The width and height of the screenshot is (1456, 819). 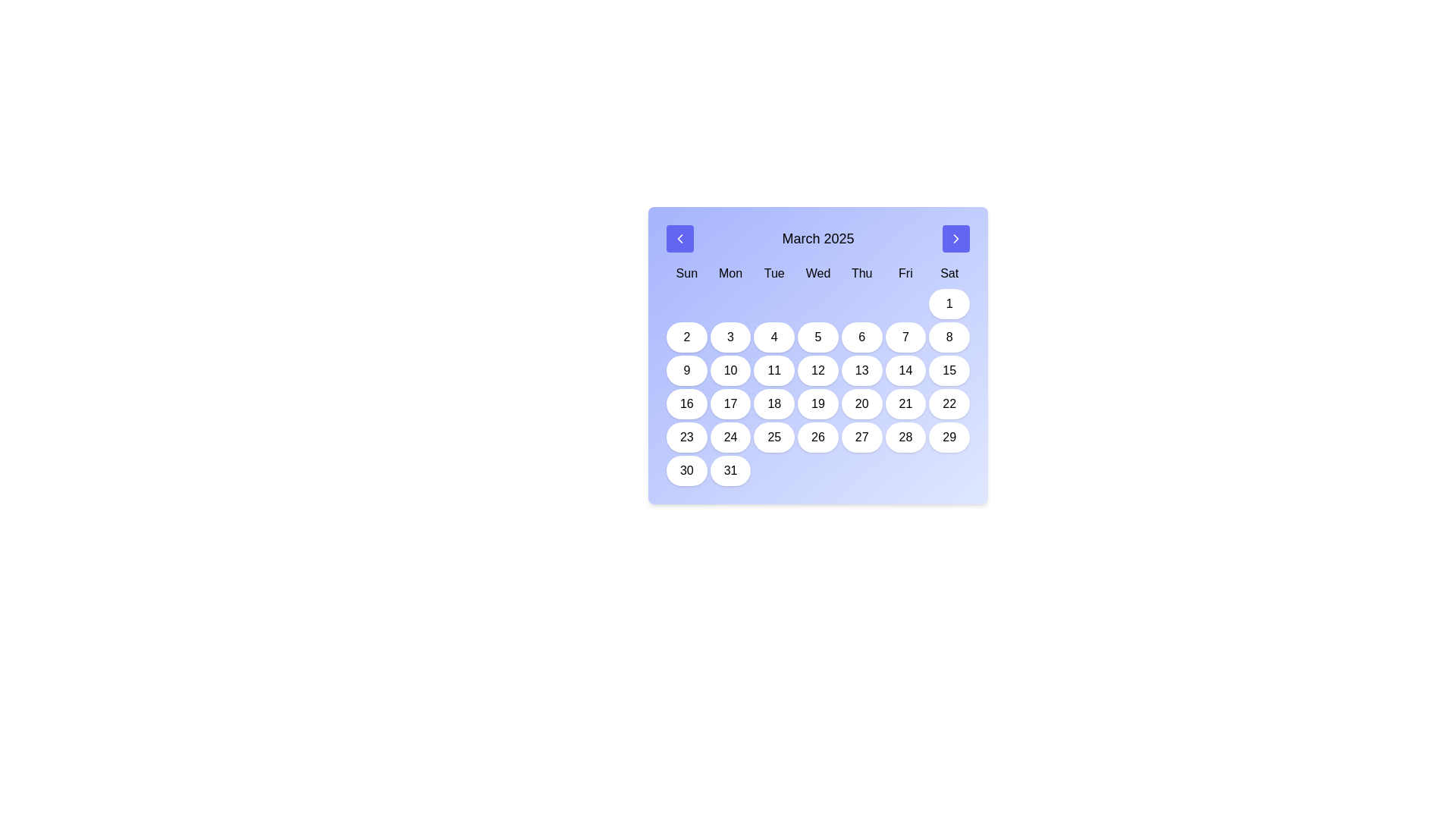 I want to click on the button representing the 17th day of March 2025 in the calendar interface, located in the third row and second column between the buttons for 16 and 18, so click(x=730, y=403).